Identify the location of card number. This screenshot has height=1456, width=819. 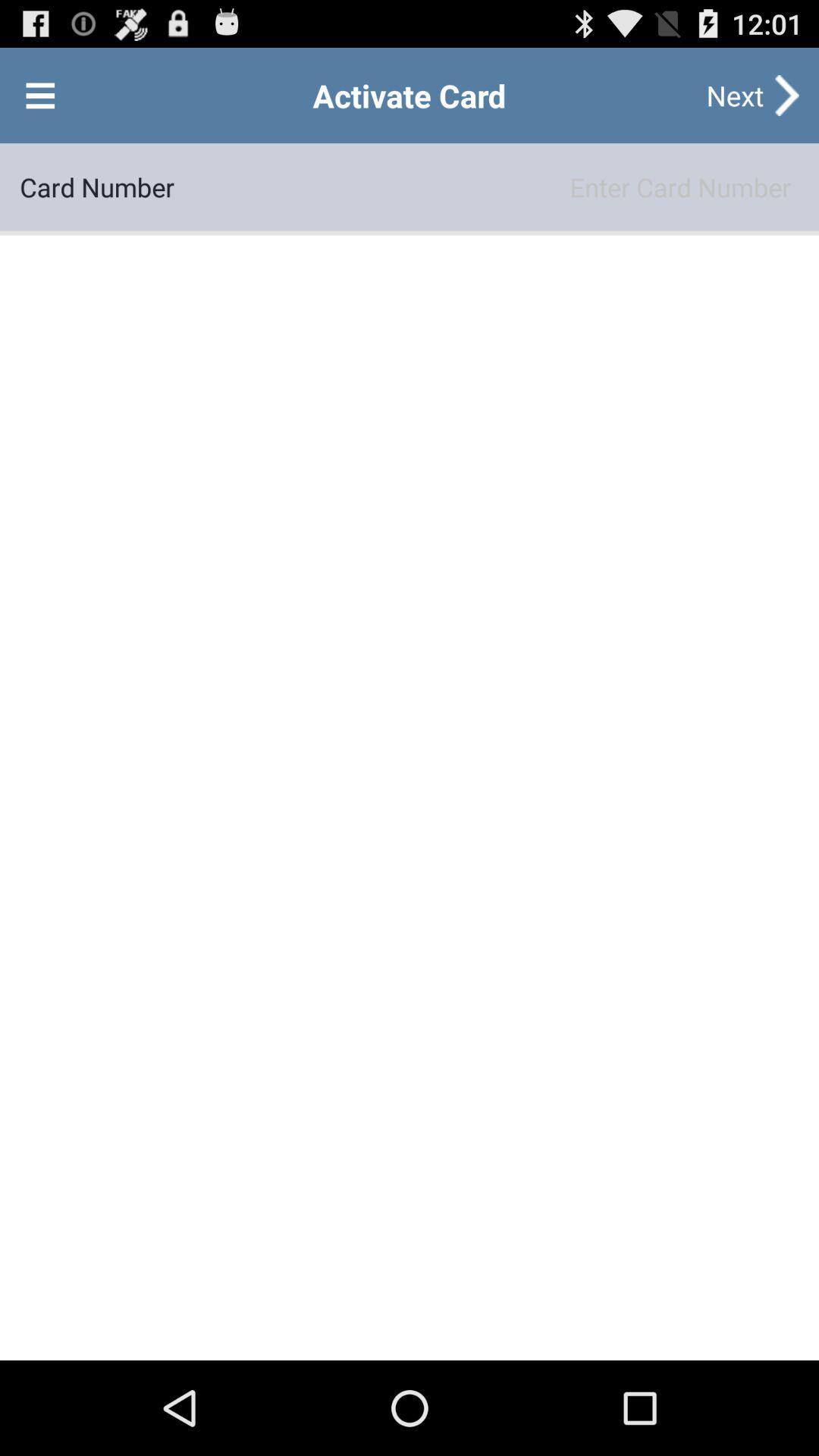
(486, 186).